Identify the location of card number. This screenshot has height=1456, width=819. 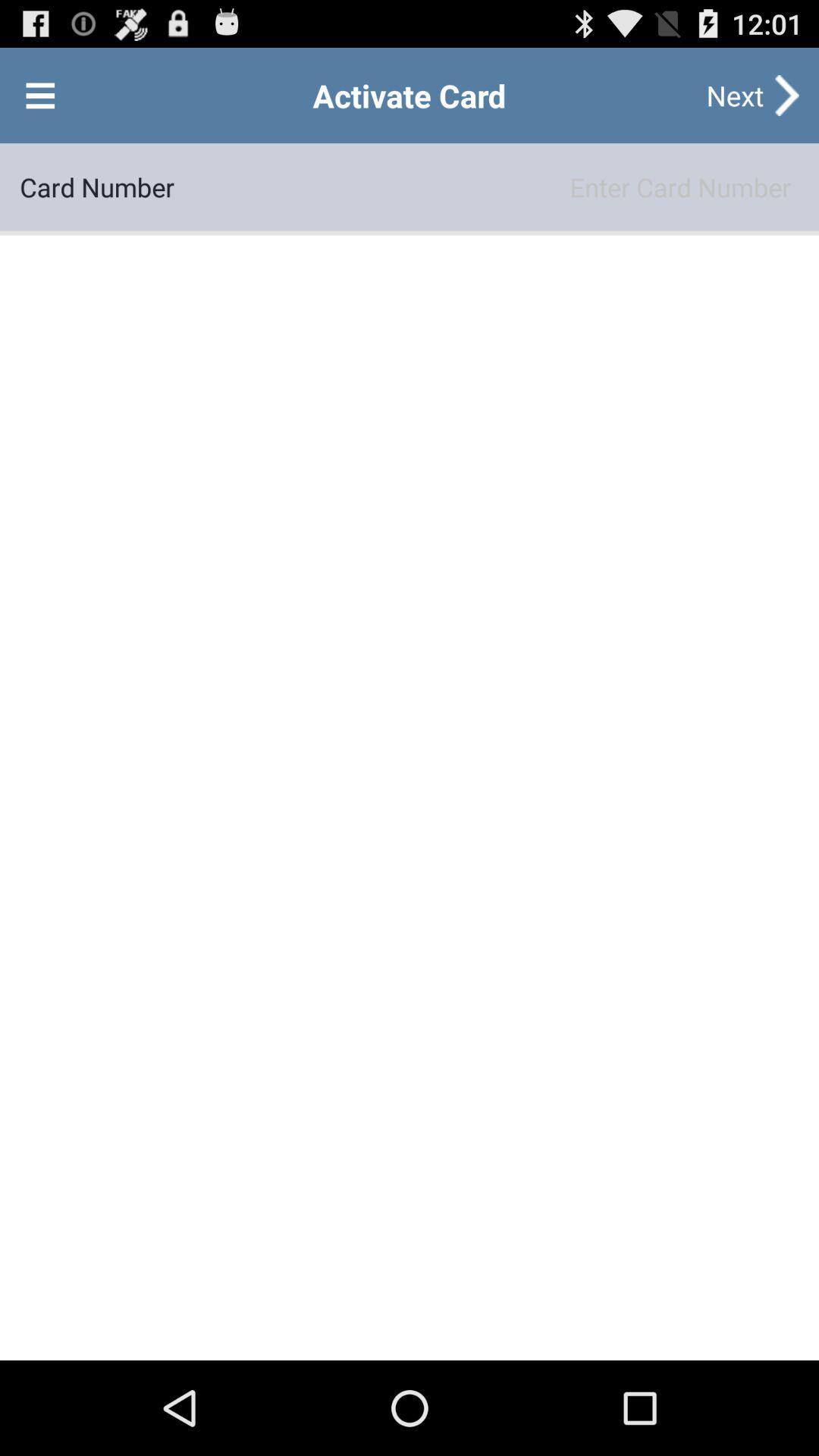
(486, 186).